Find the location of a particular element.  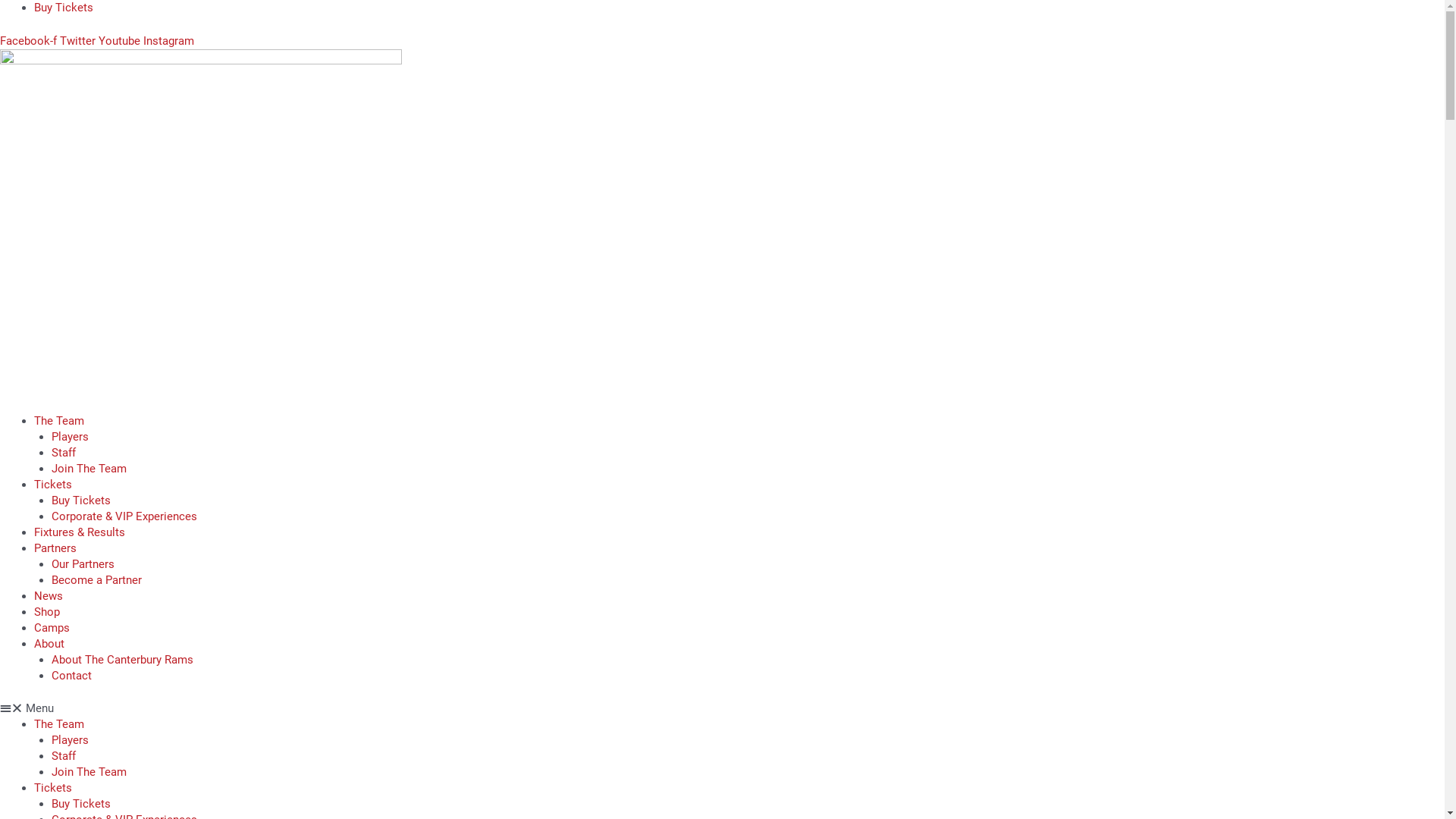

'The Team' is located at coordinates (58, 723).